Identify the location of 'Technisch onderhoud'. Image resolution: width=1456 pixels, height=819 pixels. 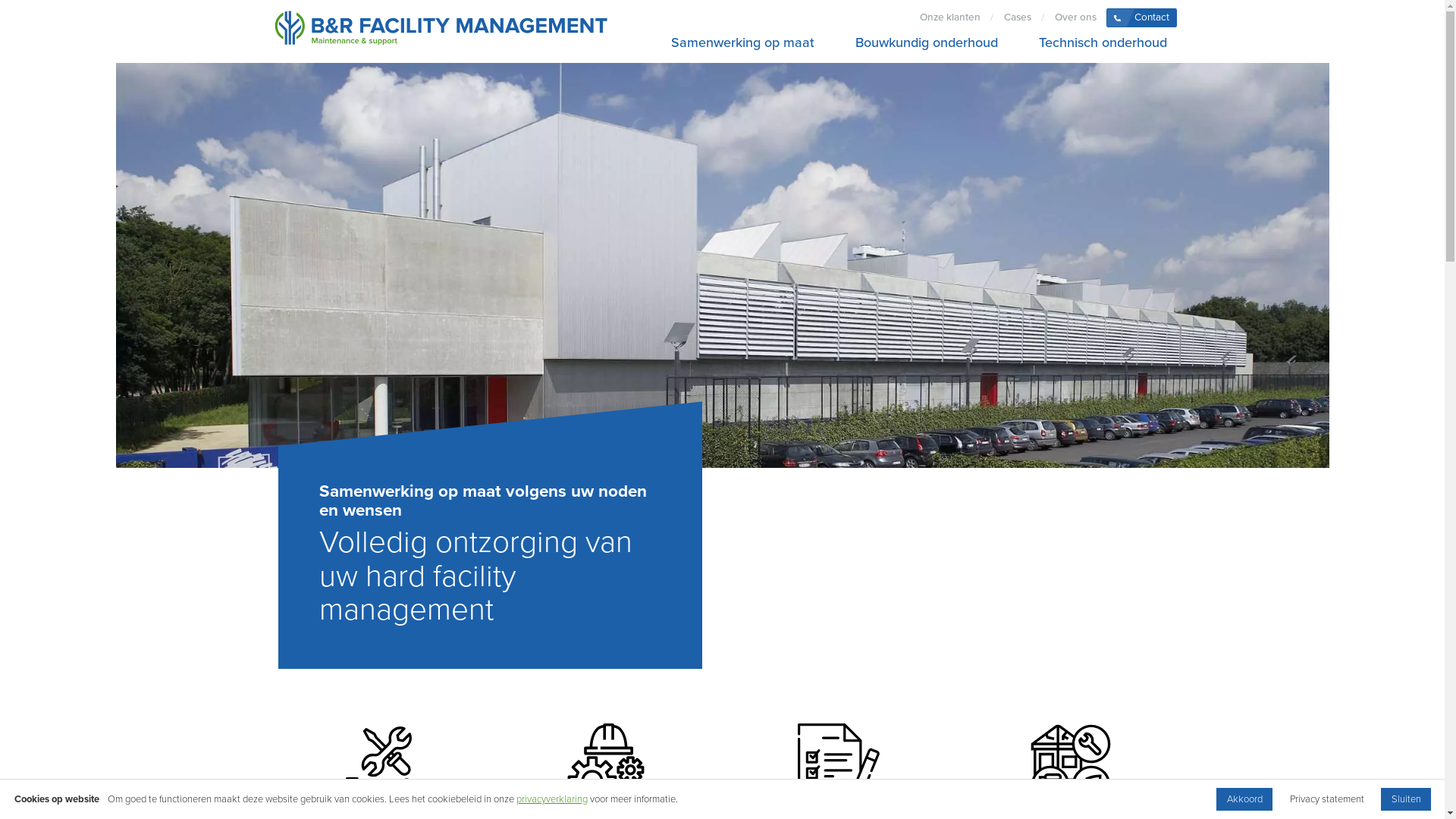
(1028, 42).